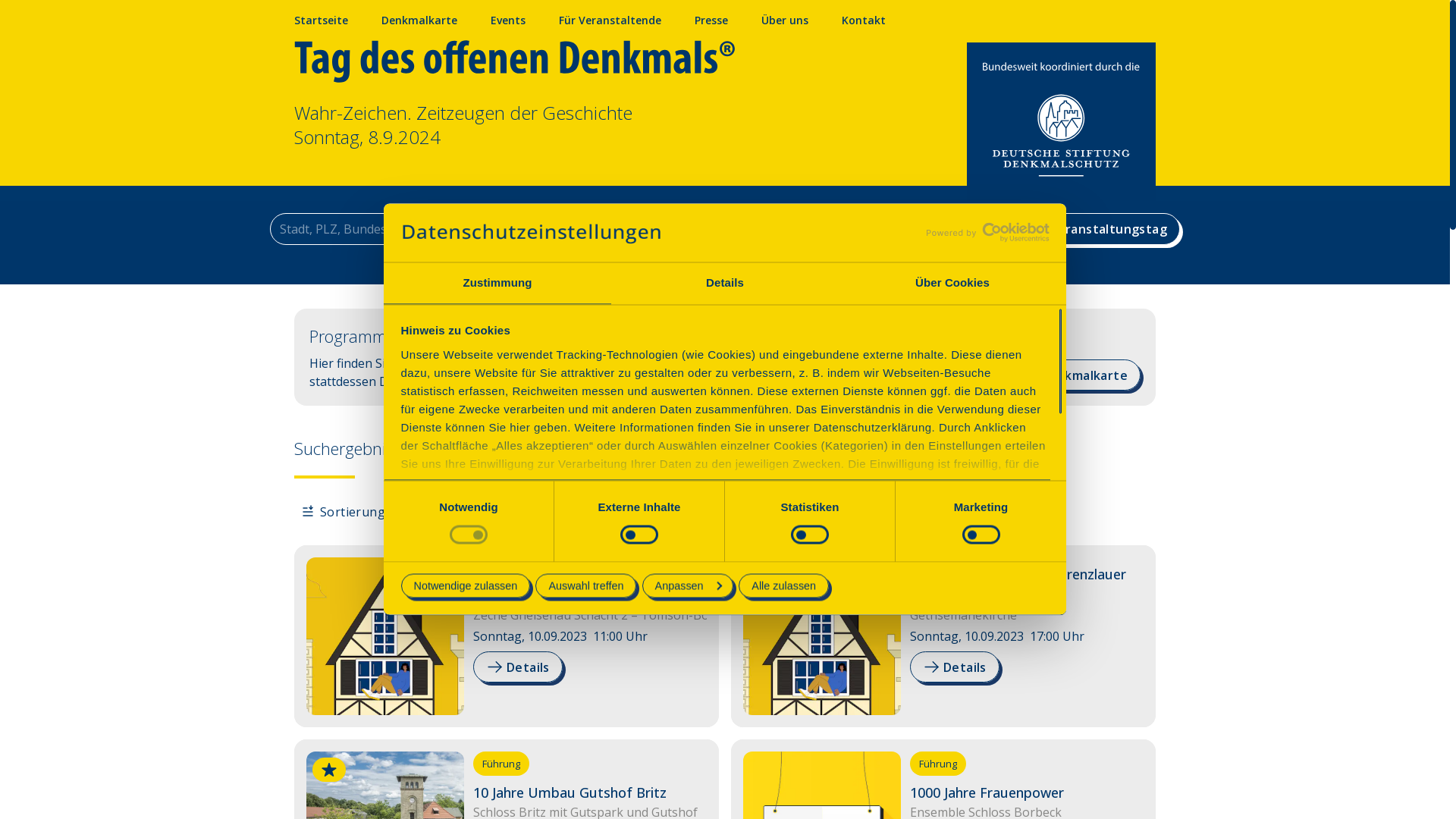  What do you see at coordinates (464, 584) in the screenshot?
I see `'Notwendige zulassen'` at bounding box center [464, 584].